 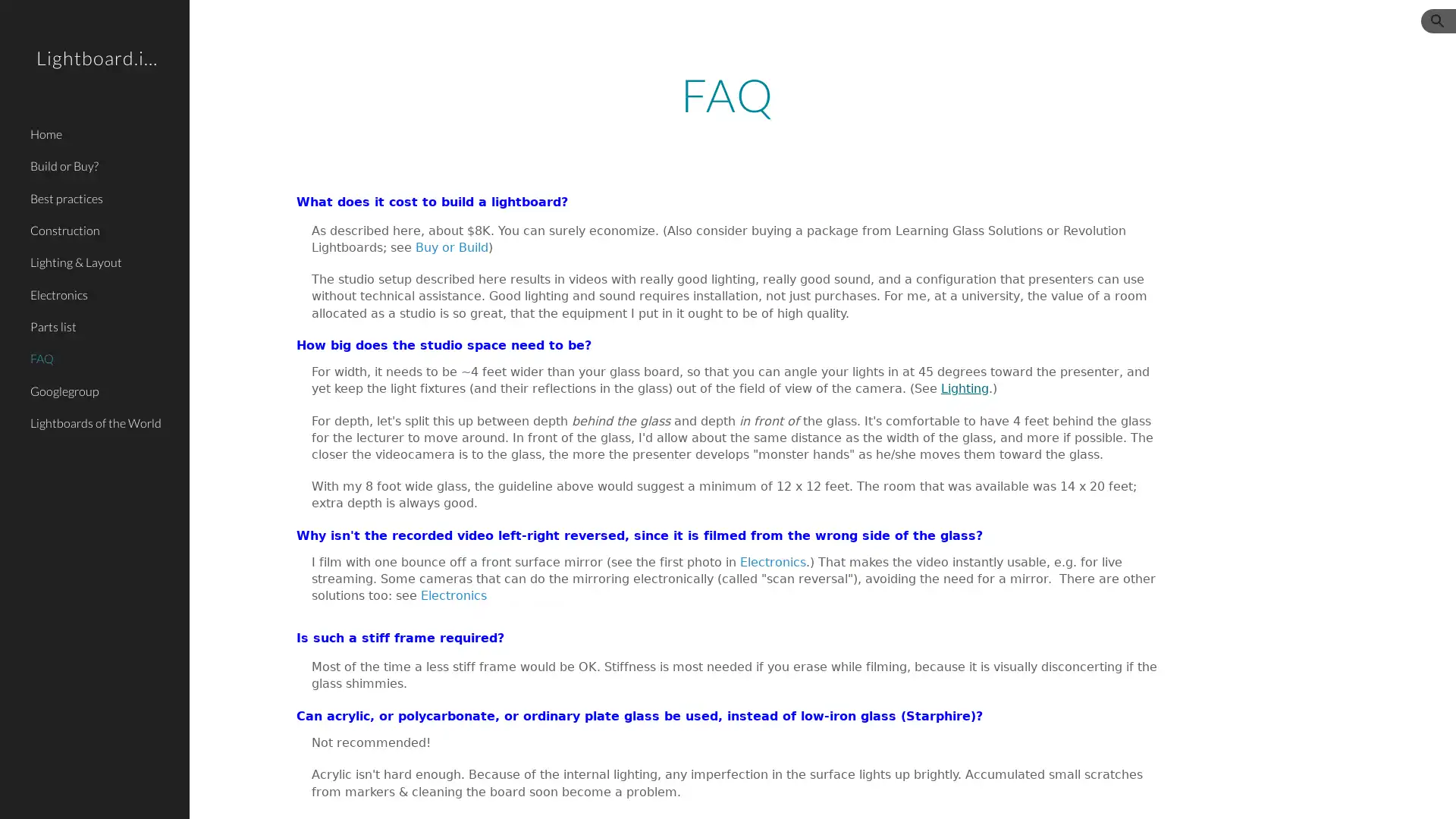 What do you see at coordinates (307, 792) in the screenshot?
I see `Google Sites` at bounding box center [307, 792].